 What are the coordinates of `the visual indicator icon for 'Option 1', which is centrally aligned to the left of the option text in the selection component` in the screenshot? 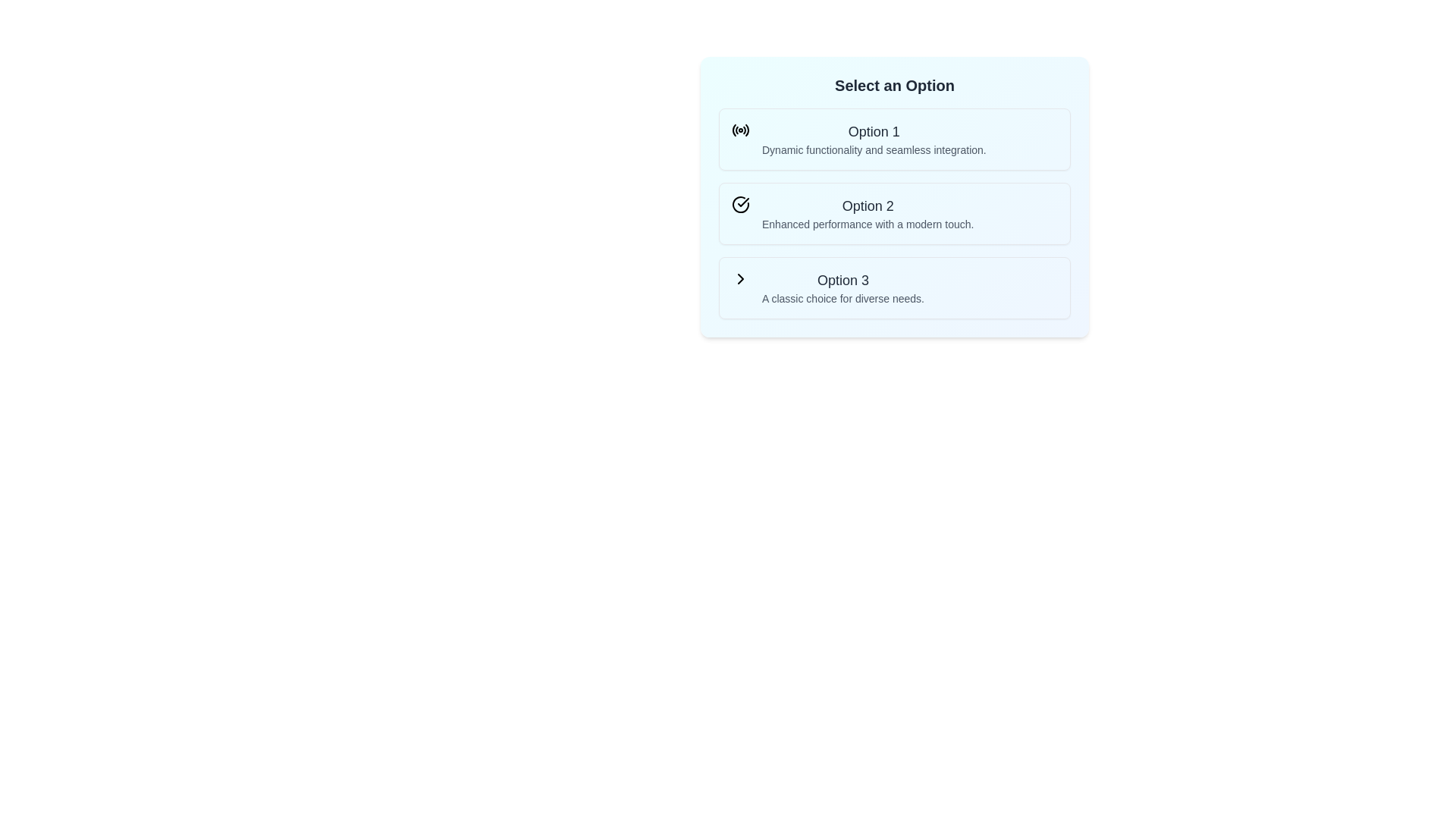 It's located at (741, 130).